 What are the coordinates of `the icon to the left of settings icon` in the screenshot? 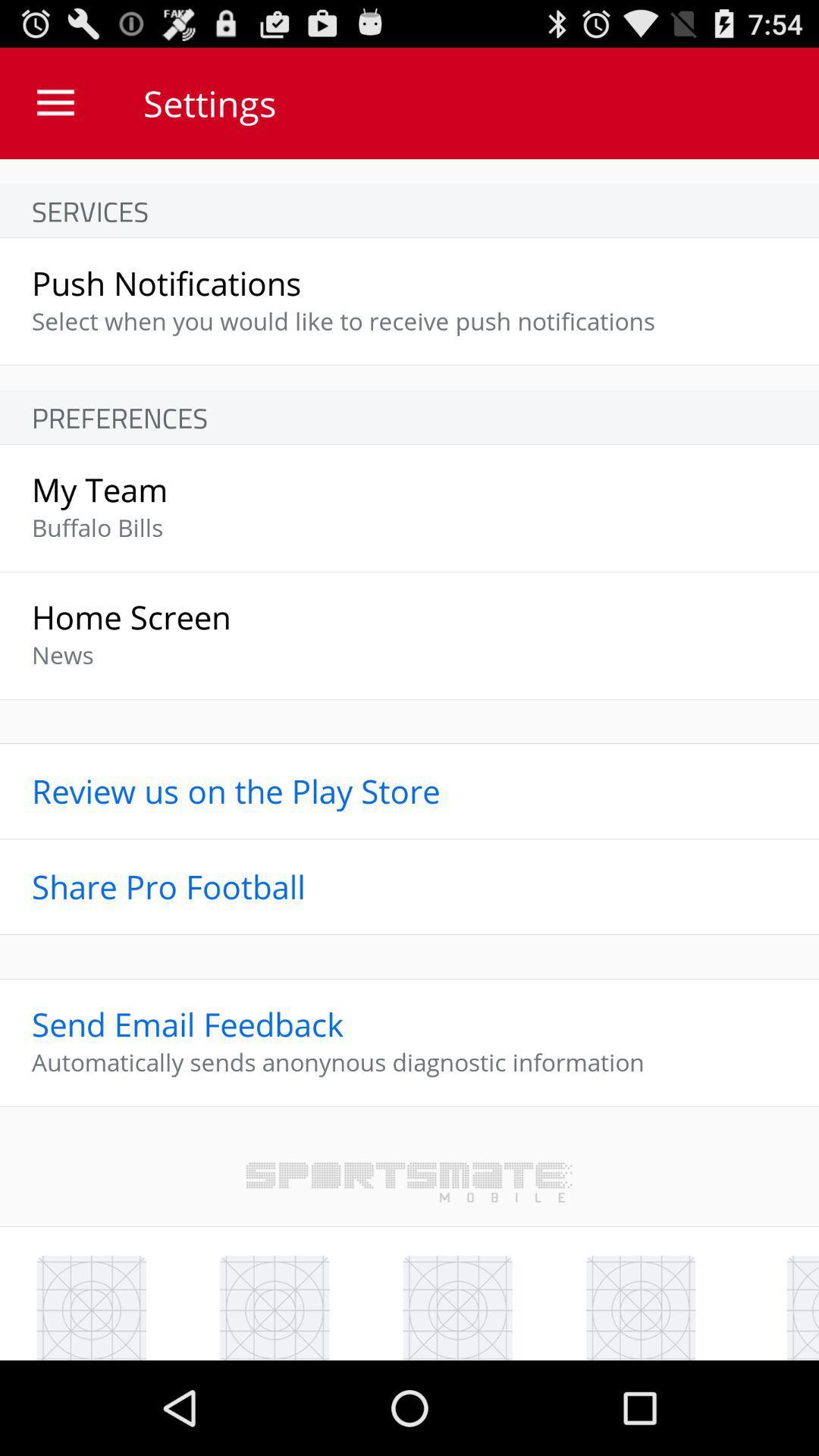 It's located at (55, 102).